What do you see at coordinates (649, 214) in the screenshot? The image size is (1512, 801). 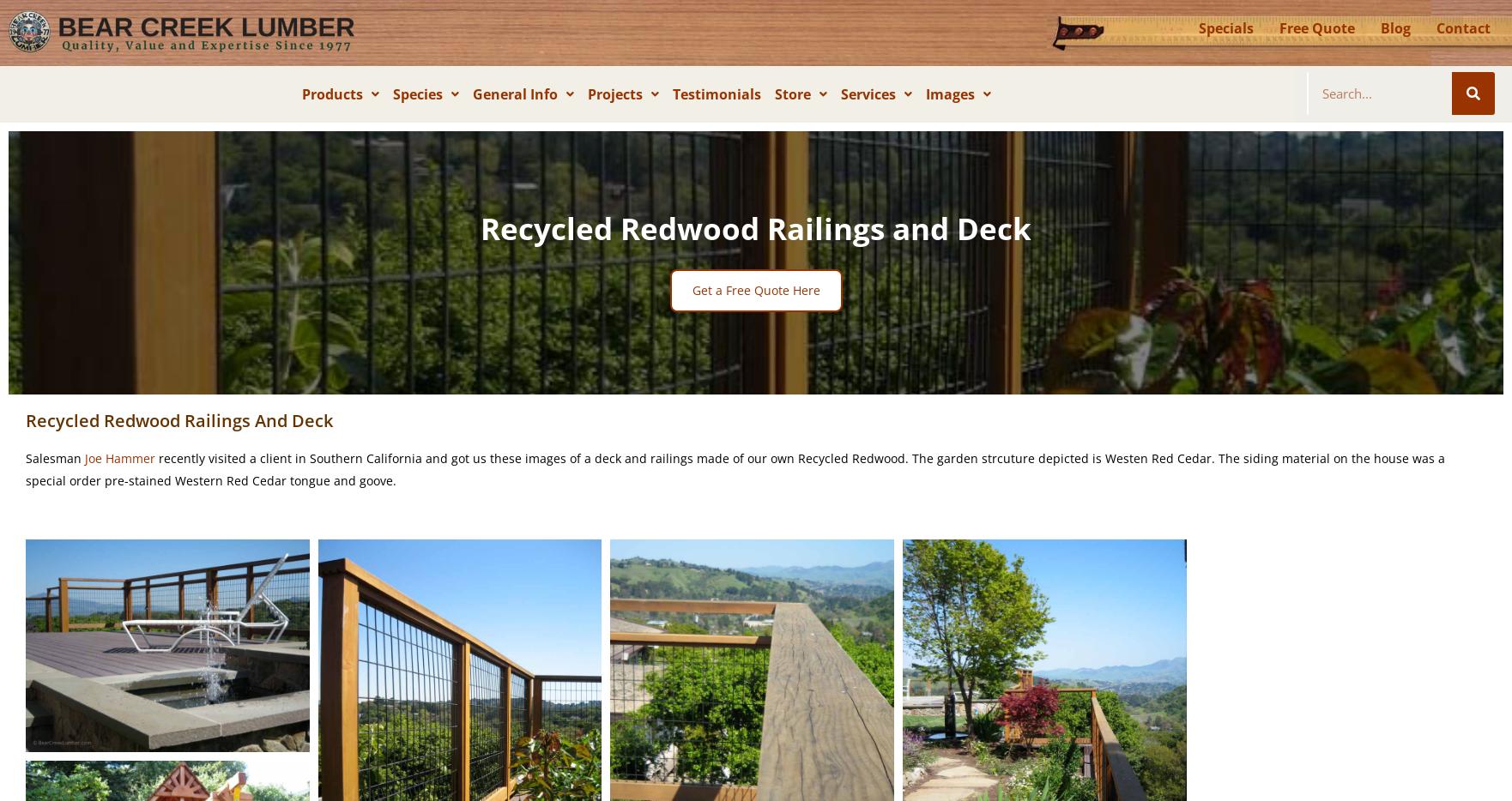 I see `'Contractors'` at bounding box center [649, 214].